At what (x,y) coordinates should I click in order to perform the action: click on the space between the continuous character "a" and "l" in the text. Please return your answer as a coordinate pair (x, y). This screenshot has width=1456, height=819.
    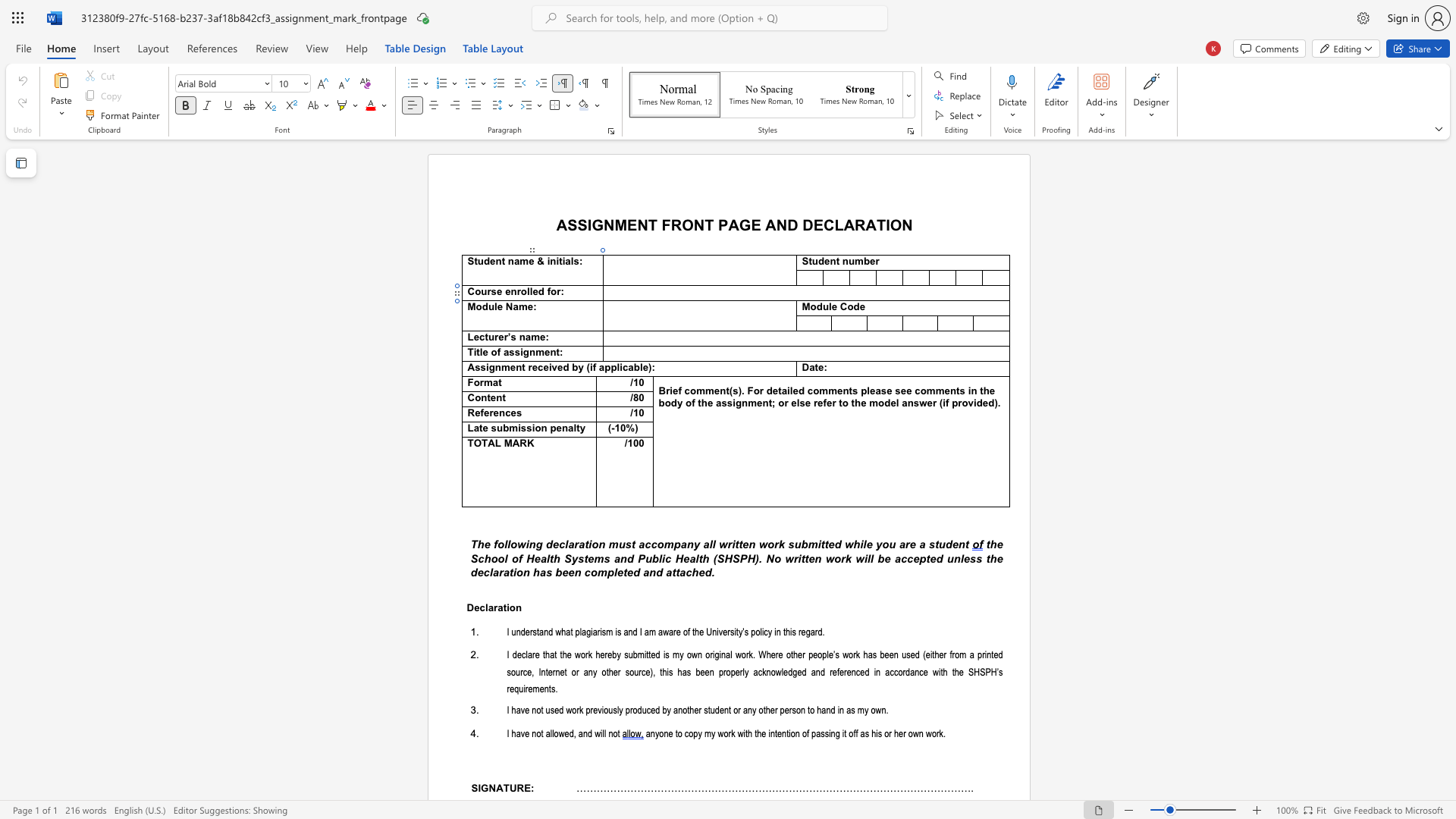
    Looking at the image, I should click on (572, 428).